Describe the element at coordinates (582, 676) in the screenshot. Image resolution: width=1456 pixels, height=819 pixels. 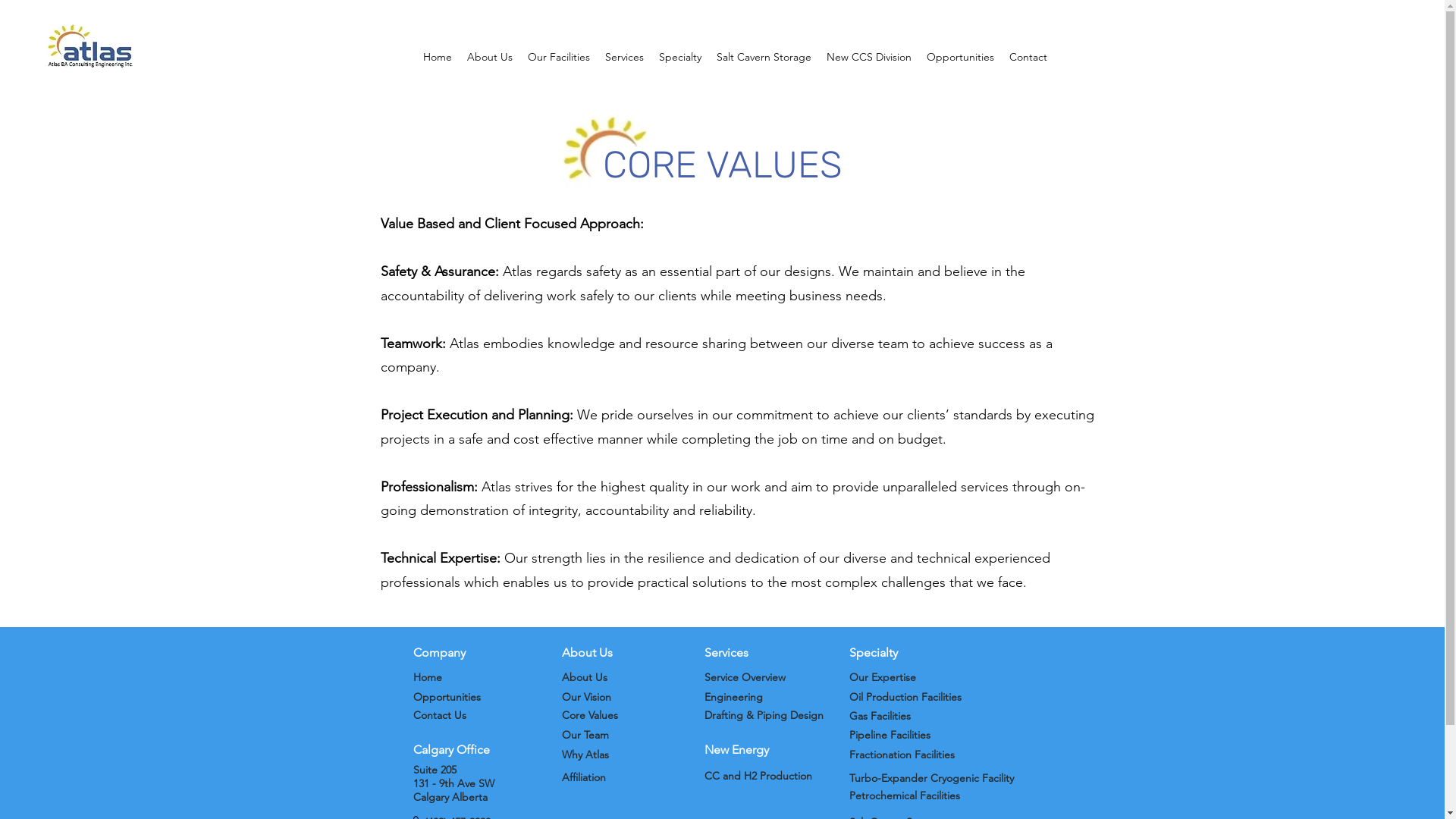
I see `'About Us'` at that location.